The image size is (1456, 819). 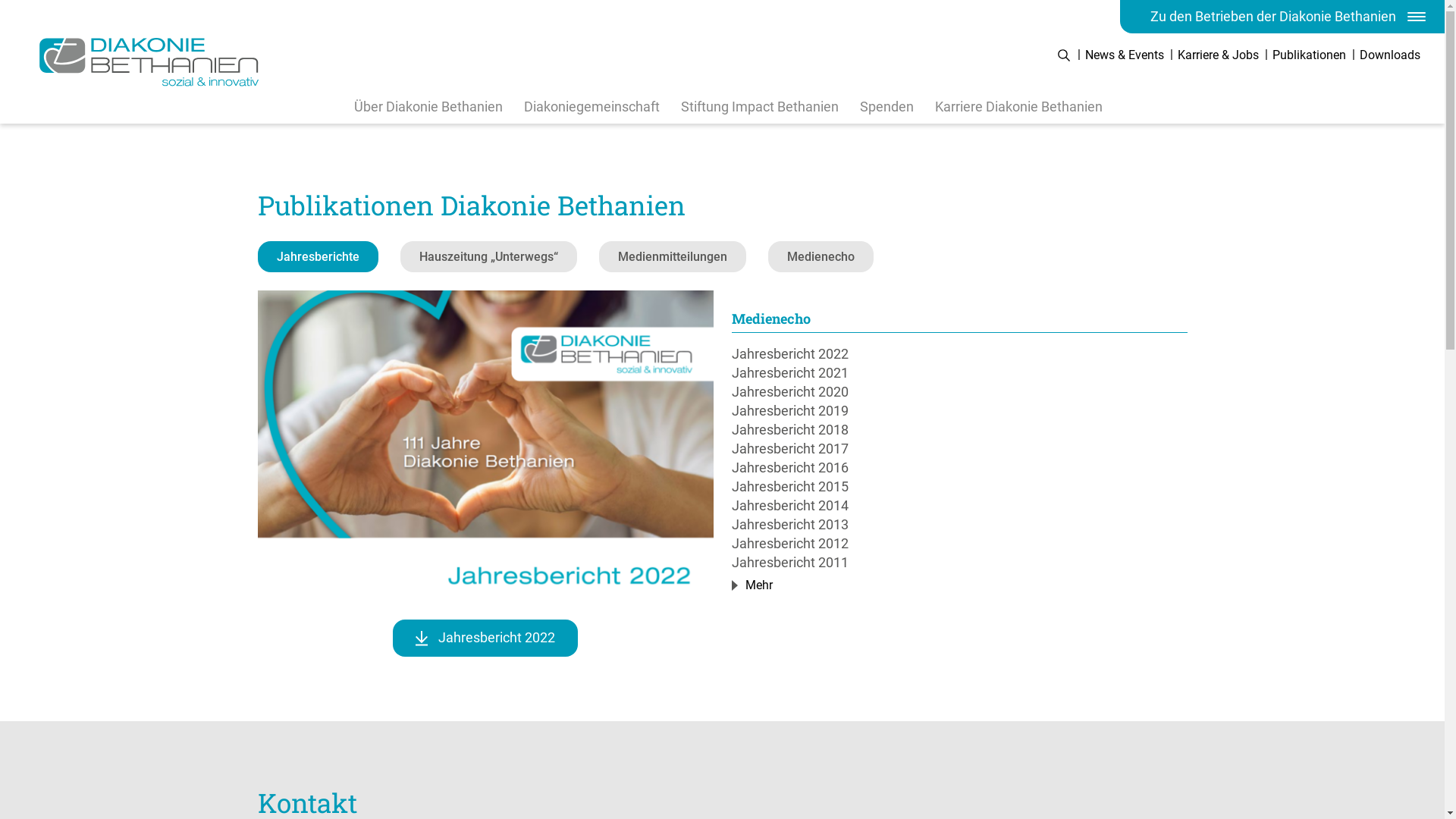 I want to click on 'Jahresbericht 2013', so click(x=958, y=523).